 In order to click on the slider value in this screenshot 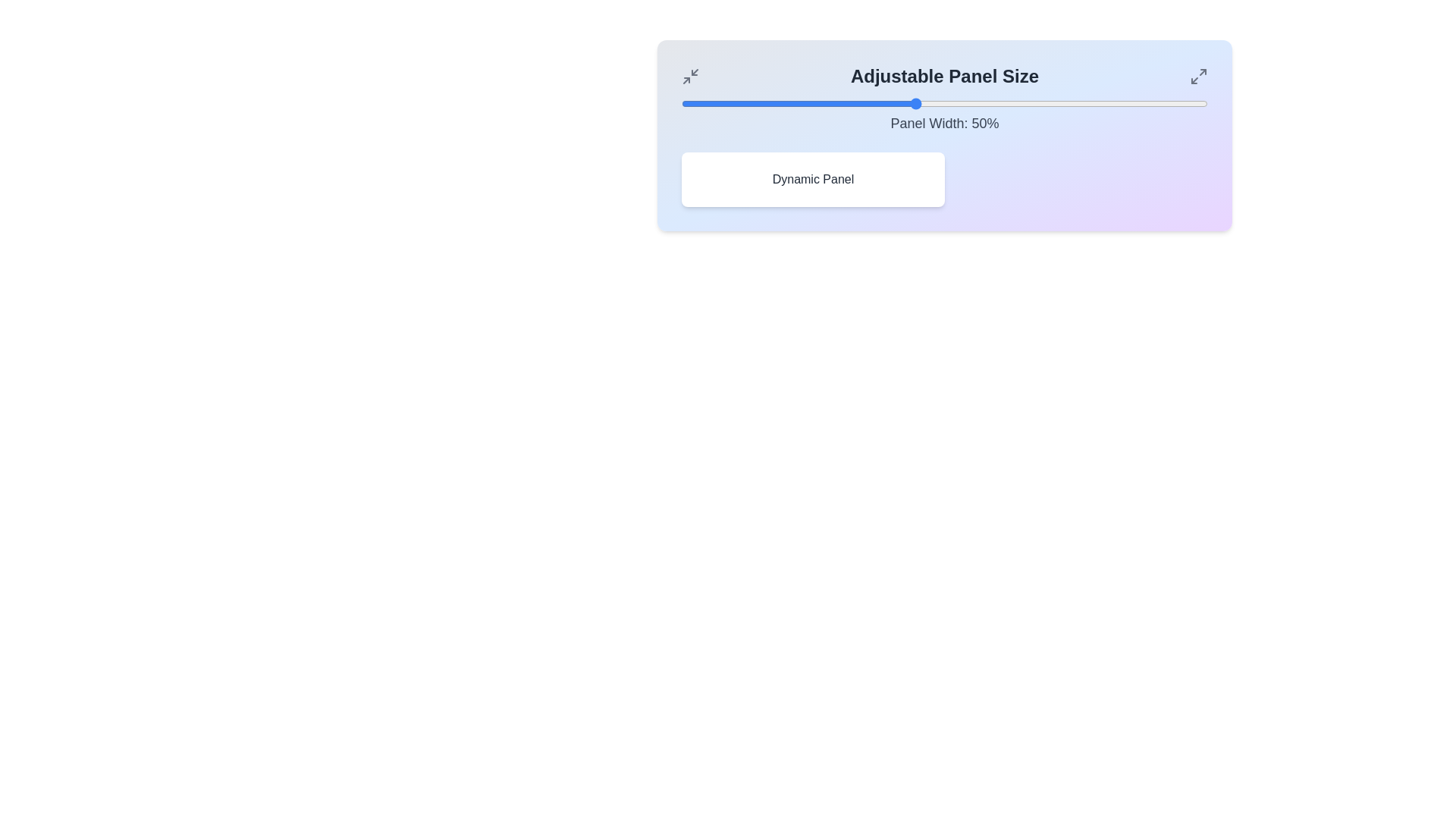, I will do `click(781, 103)`.